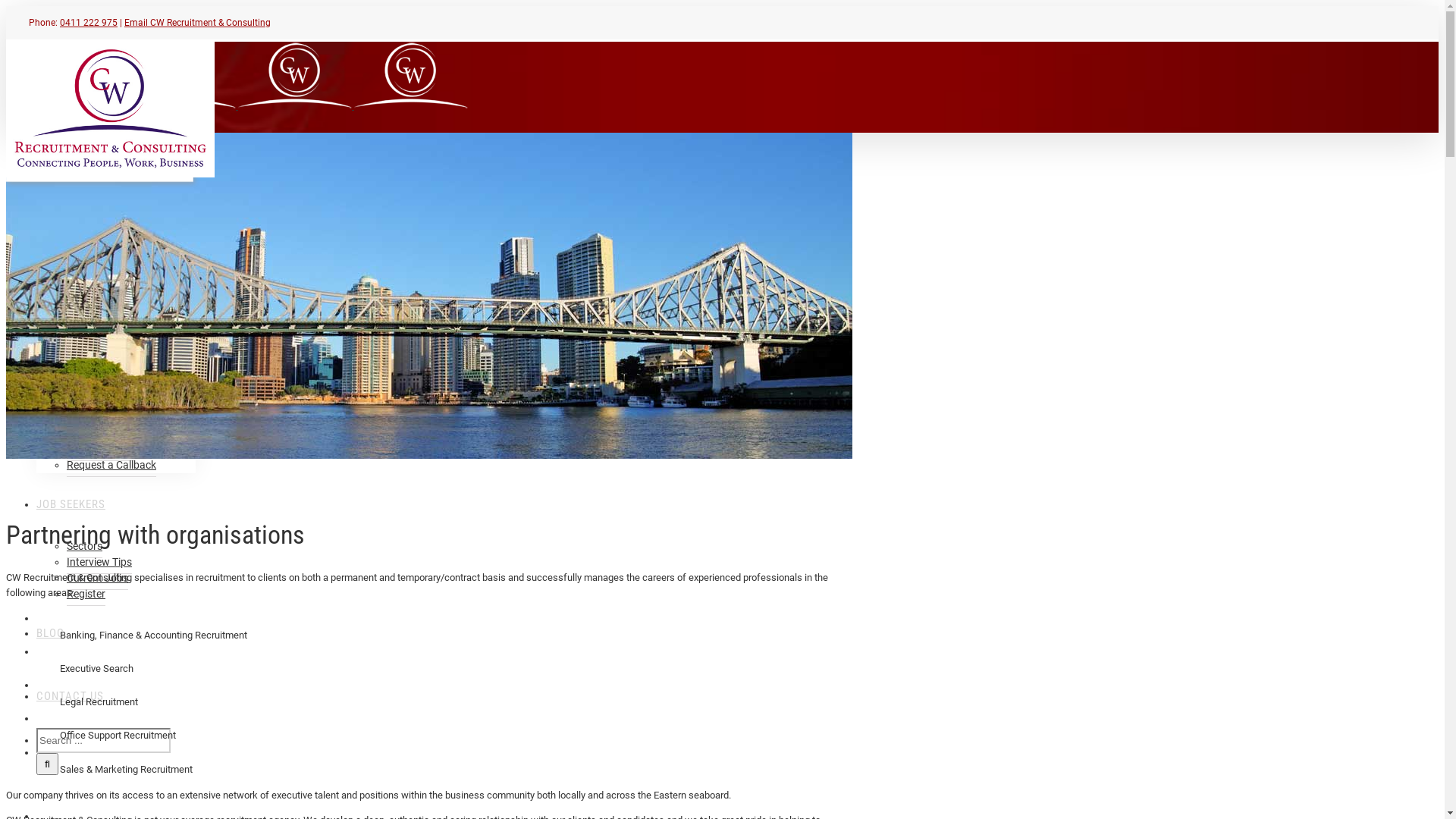 The width and height of the screenshot is (1456, 819). Describe the element at coordinates (87, 23) in the screenshot. I see `'0411 222 975'` at that location.